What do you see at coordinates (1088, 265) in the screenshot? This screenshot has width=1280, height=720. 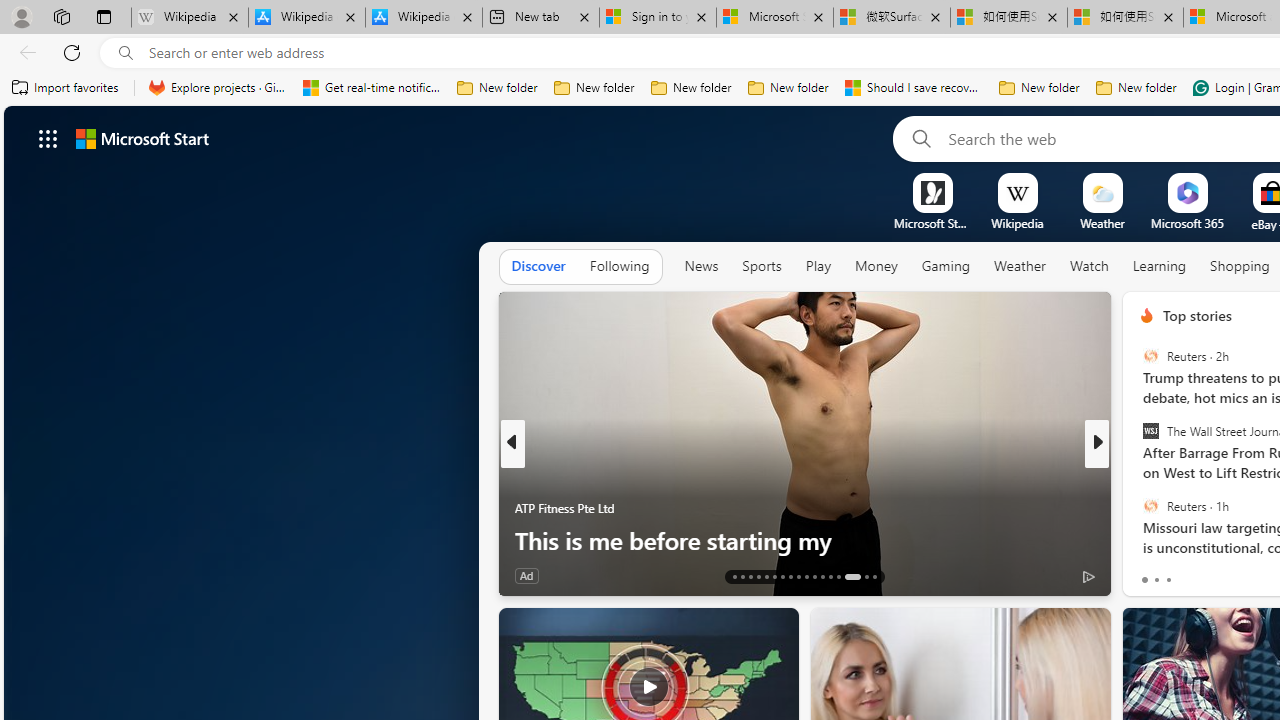 I see `'Watch'` at bounding box center [1088, 265].